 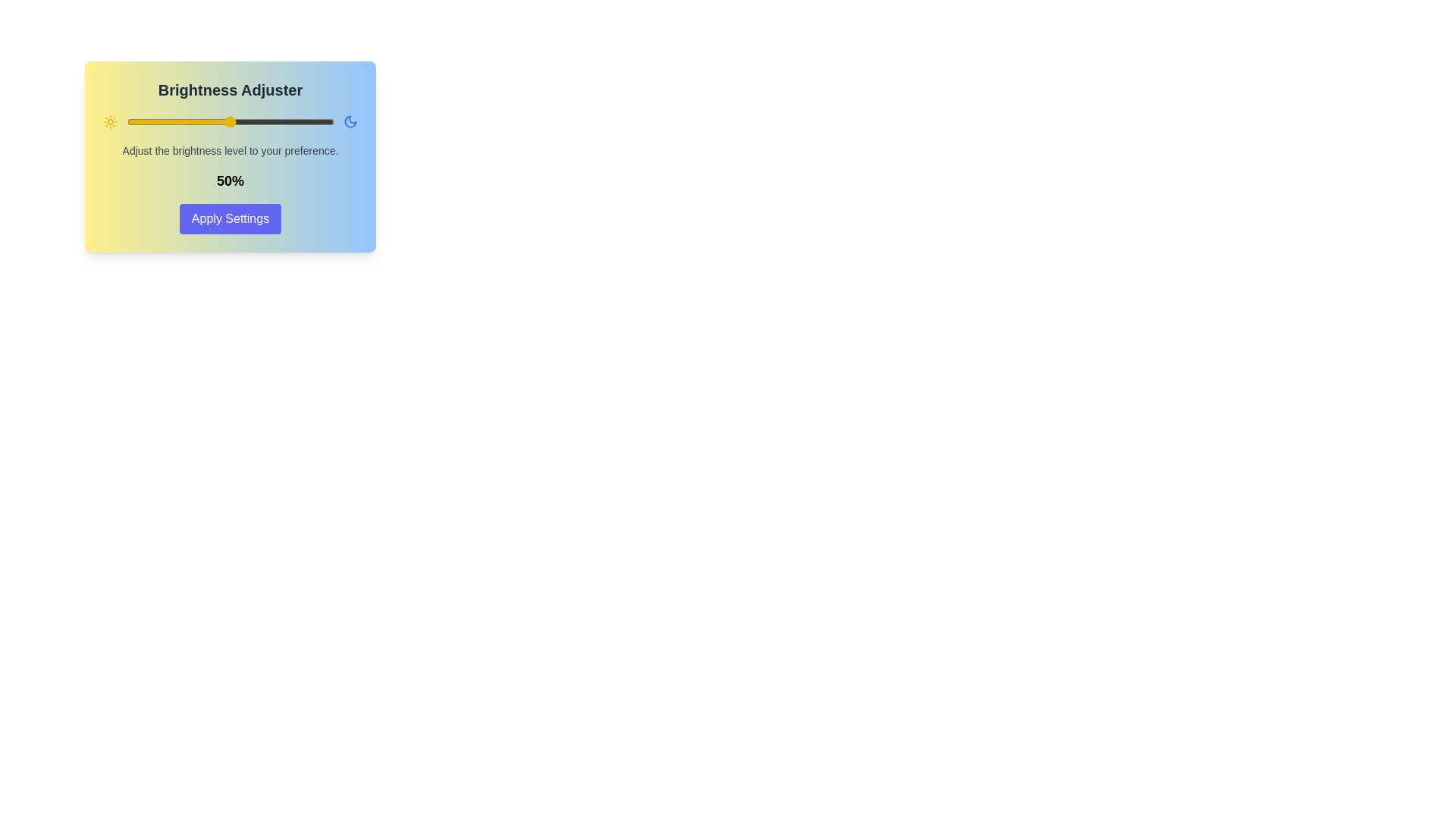 What do you see at coordinates (168, 121) in the screenshot?
I see `the brightness slider to 20%` at bounding box center [168, 121].